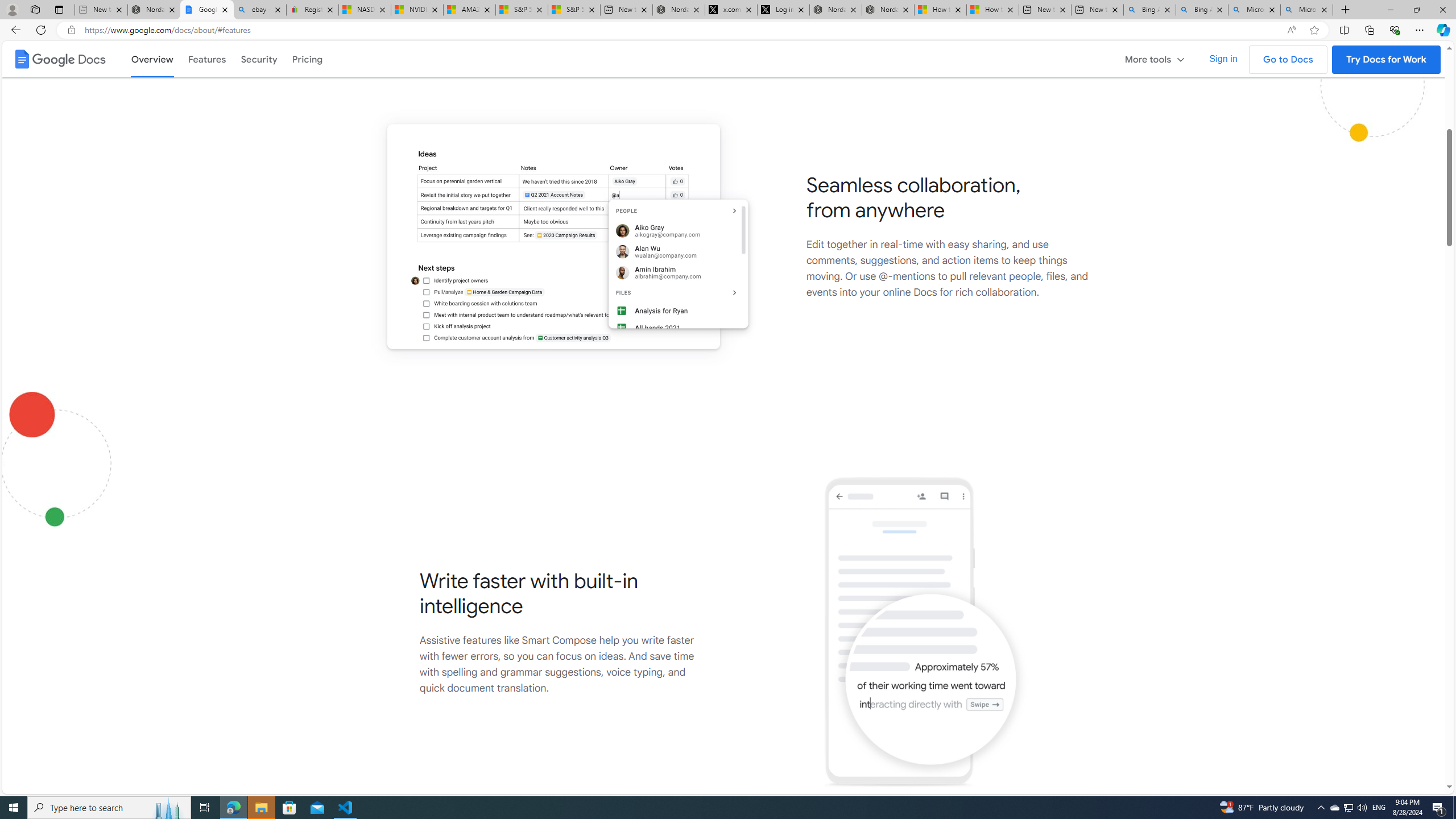 This screenshot has width=1456, height=819. Describe the element at coordinates (1201, 9) in the screenshot. I see `'Bing AI - Search'` at that location.